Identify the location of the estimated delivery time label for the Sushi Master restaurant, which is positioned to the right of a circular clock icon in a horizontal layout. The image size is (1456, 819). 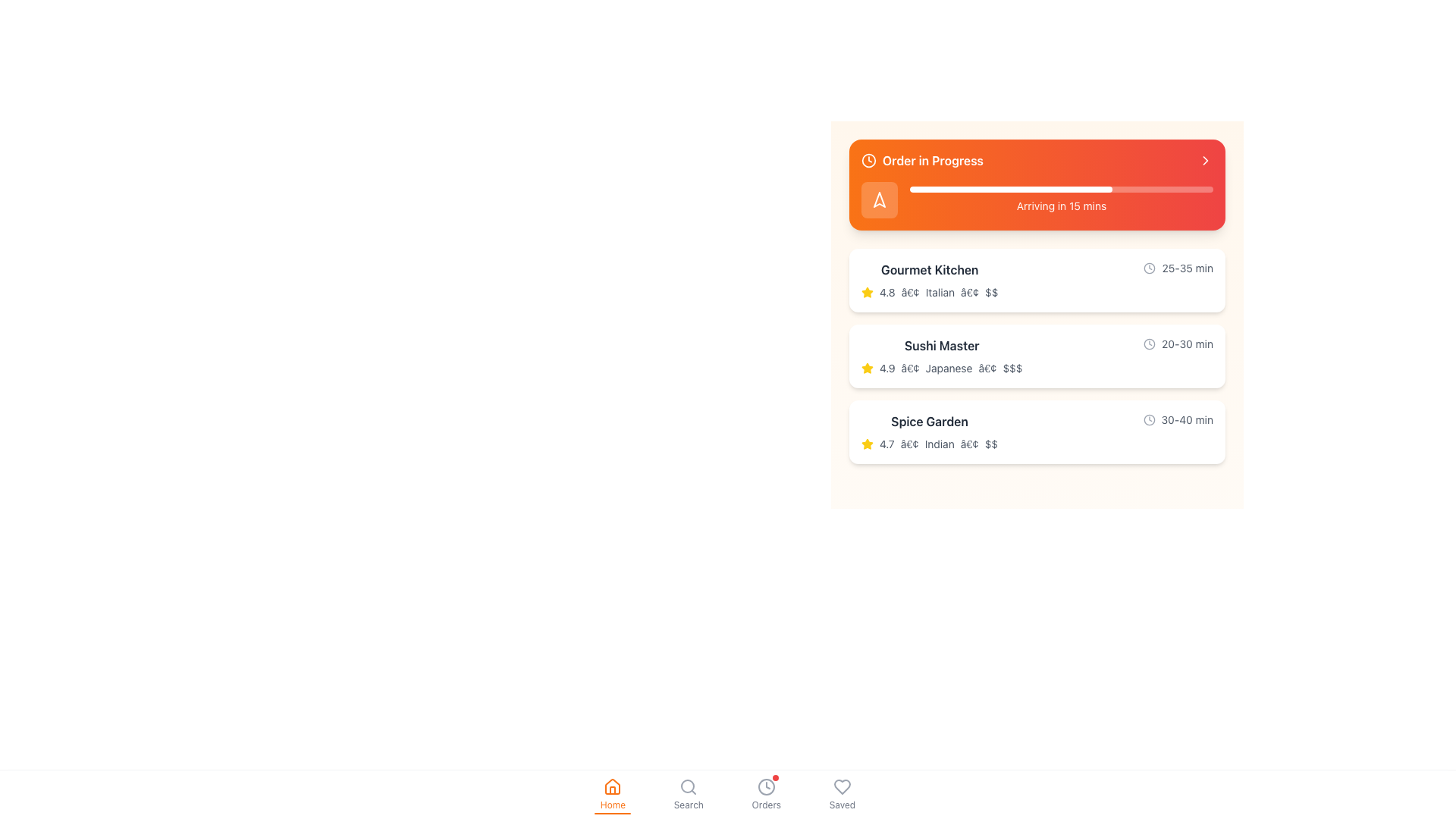
(1187, 344).